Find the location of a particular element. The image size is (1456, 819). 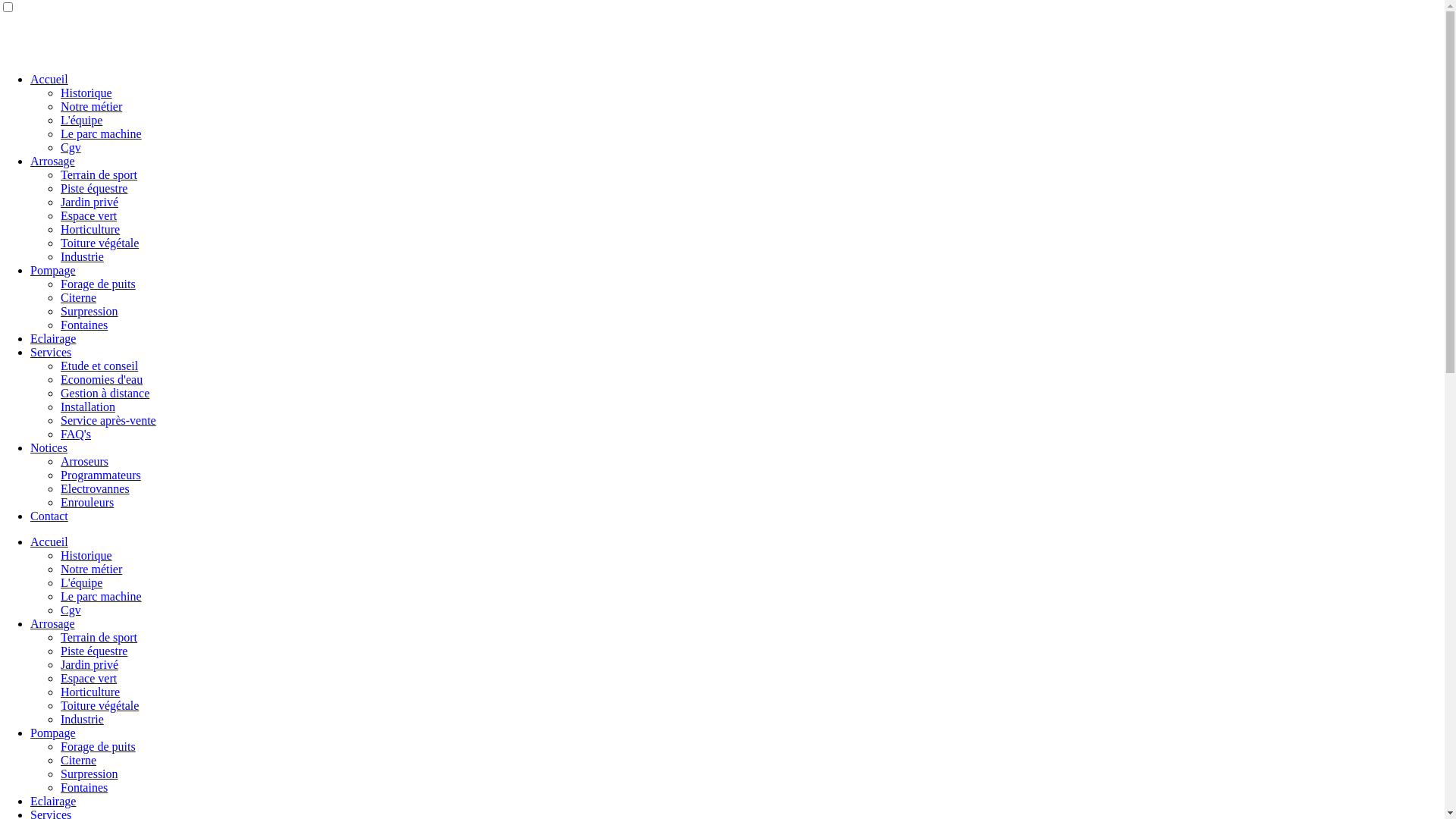

'Citerne' is located at coordinates (77, 760).